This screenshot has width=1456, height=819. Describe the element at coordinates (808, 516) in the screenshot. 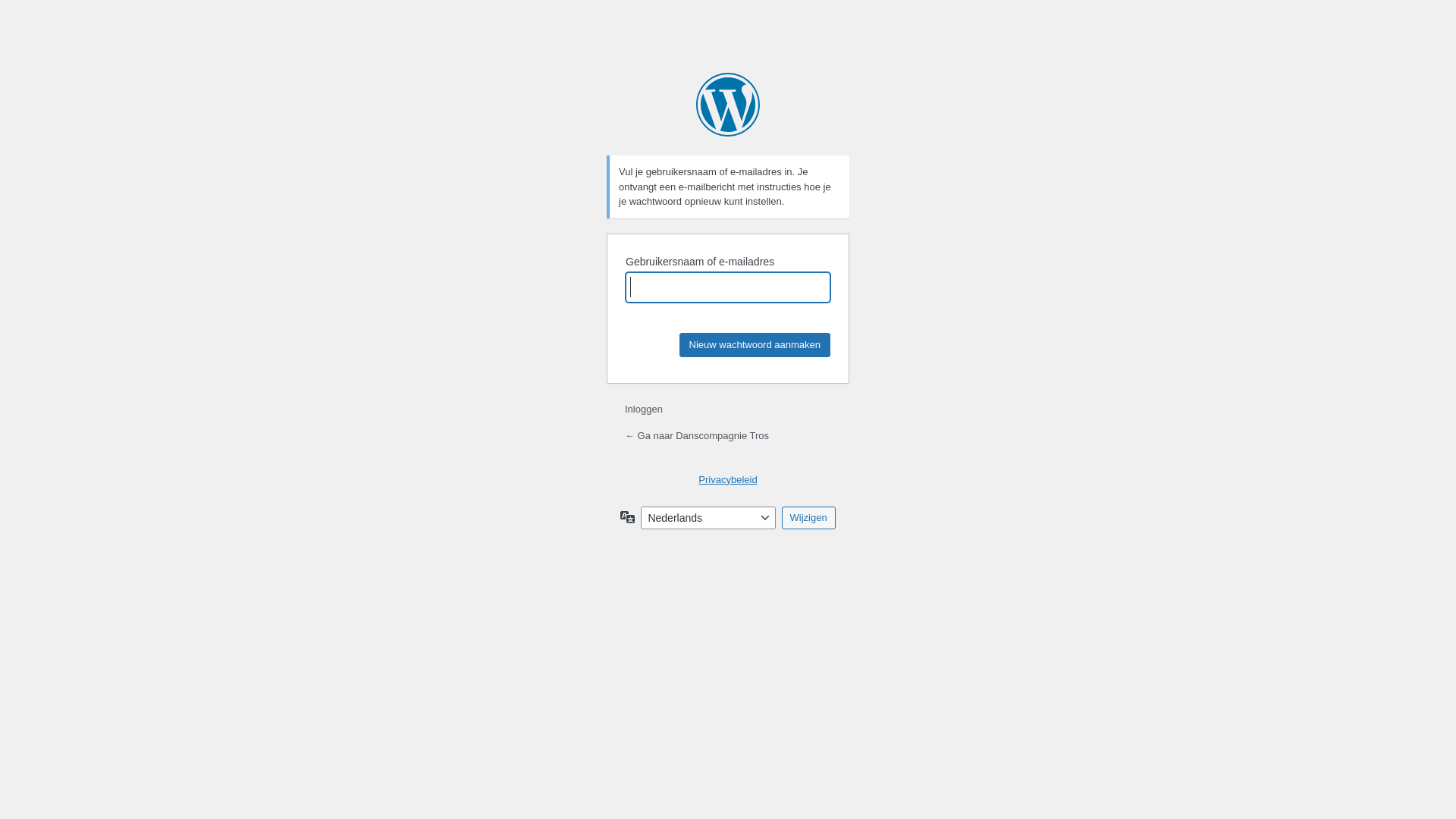

I see `'Wijzigen'` at that location.